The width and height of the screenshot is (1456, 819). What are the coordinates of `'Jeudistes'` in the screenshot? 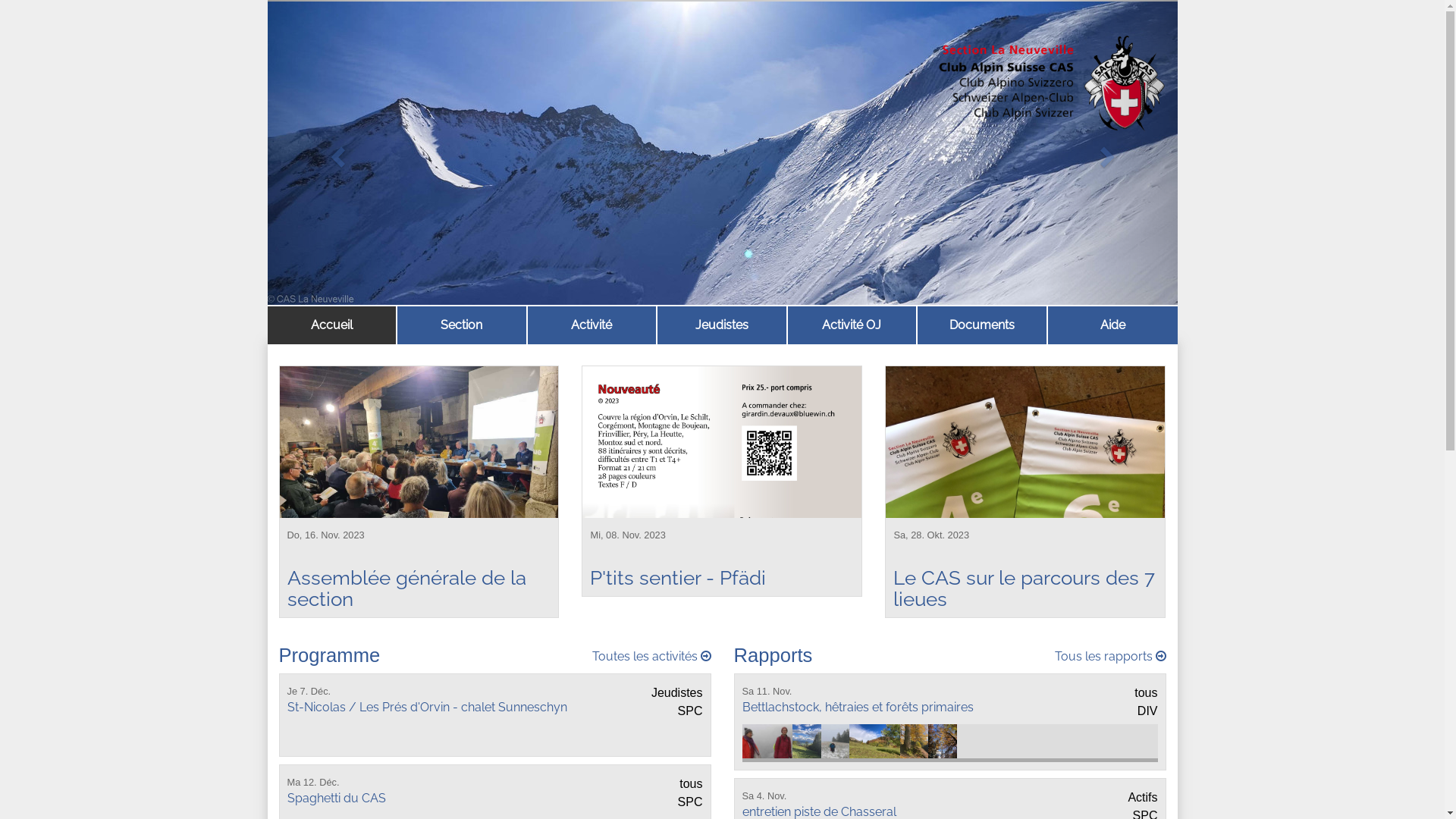 It's located at (661, 324).